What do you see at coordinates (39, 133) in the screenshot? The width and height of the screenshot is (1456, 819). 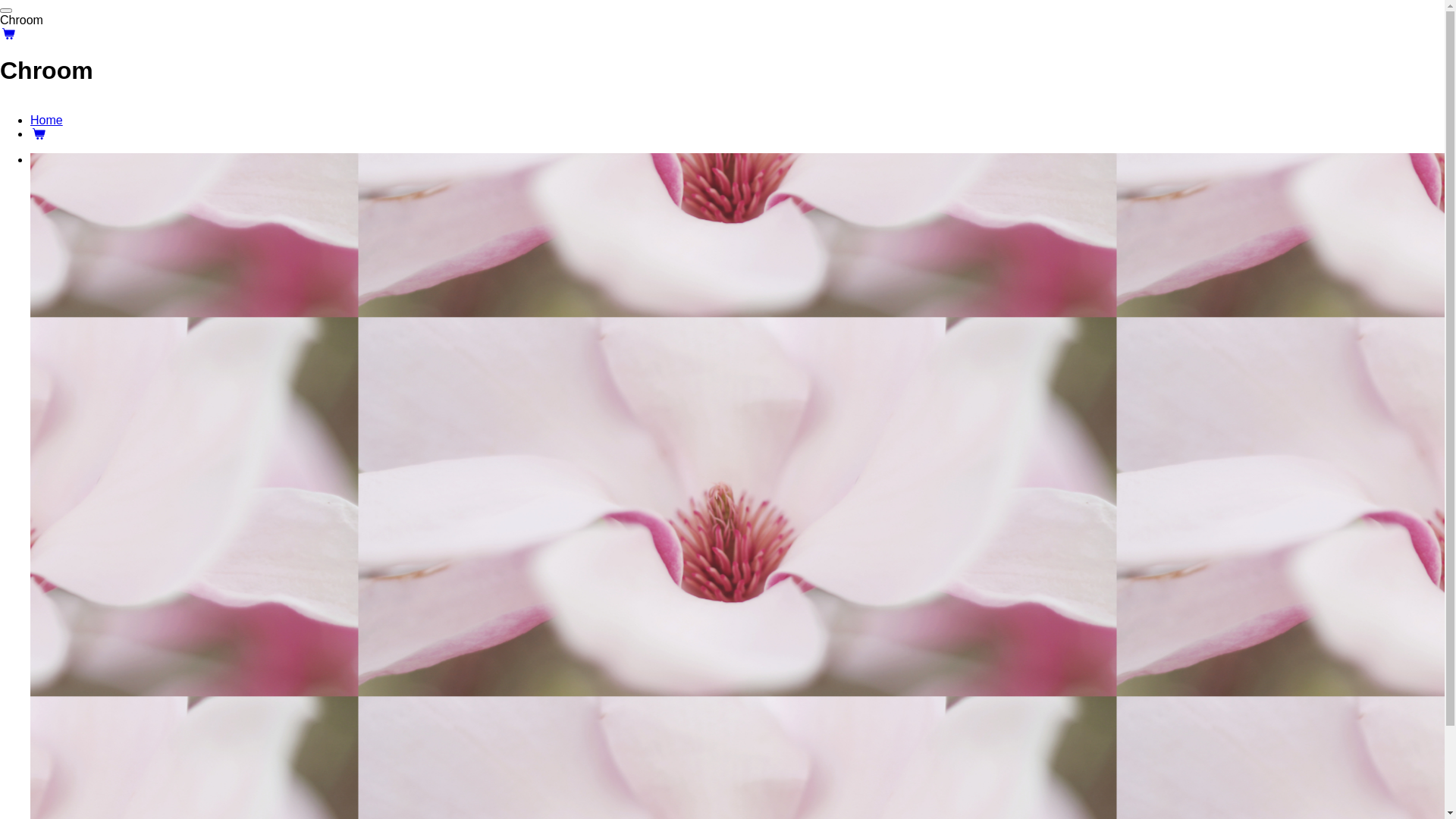 I see `'Winkelwagen'` at bounding box center [39, 133].